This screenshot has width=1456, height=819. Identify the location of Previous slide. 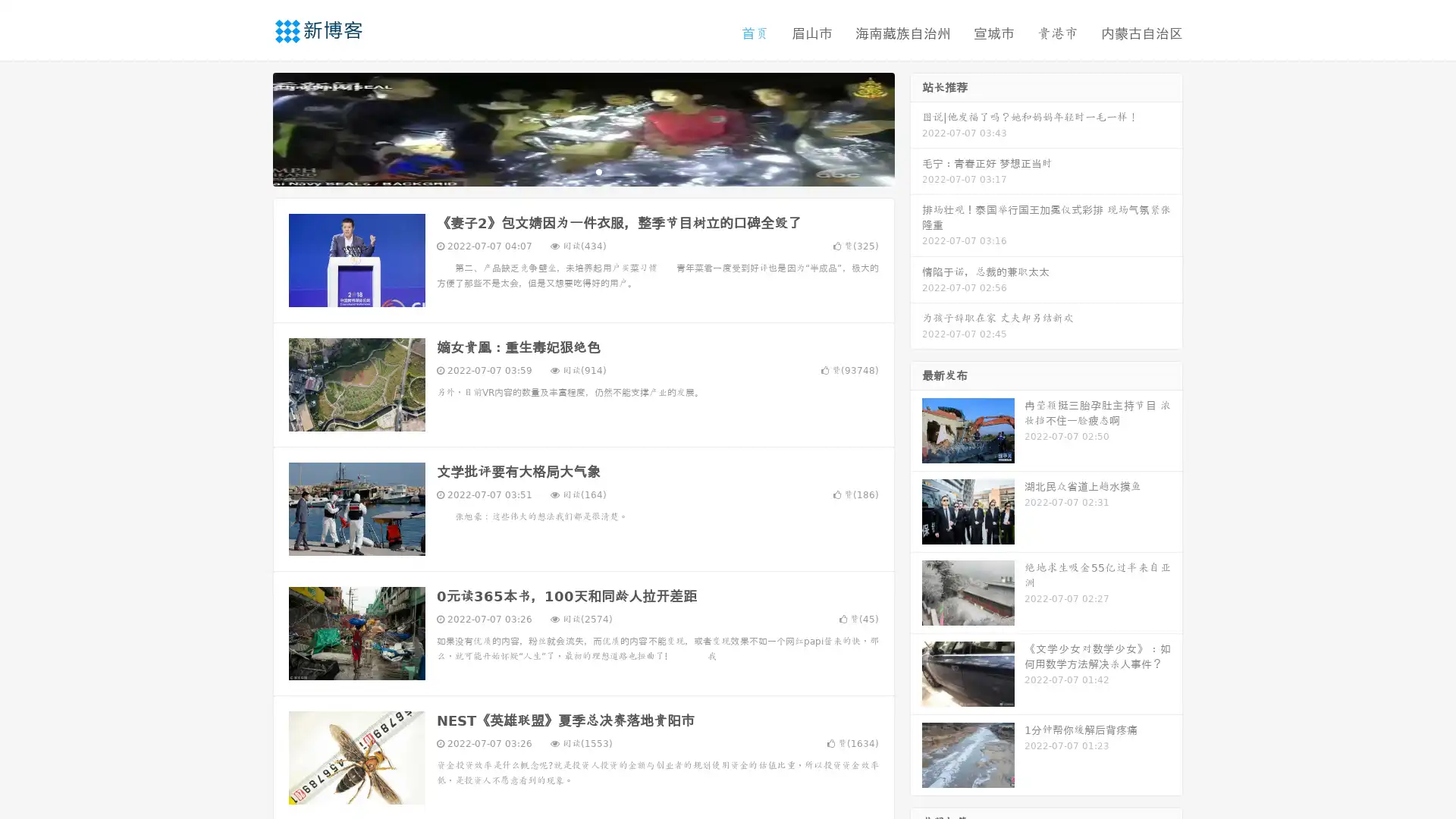
(250, 127).